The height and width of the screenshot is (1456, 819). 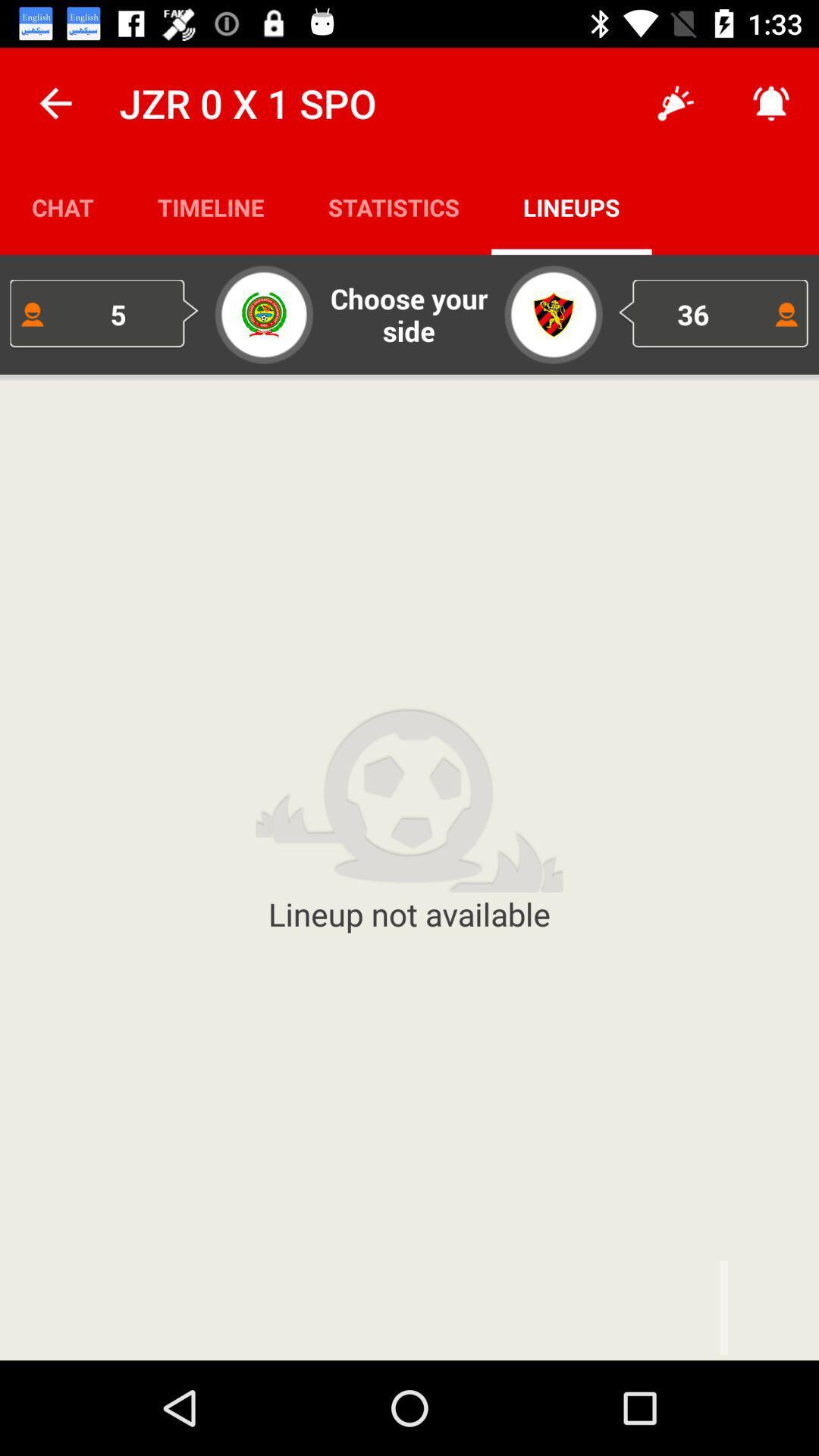 I want to click on the statistics icon, so click(x=393, y=206).